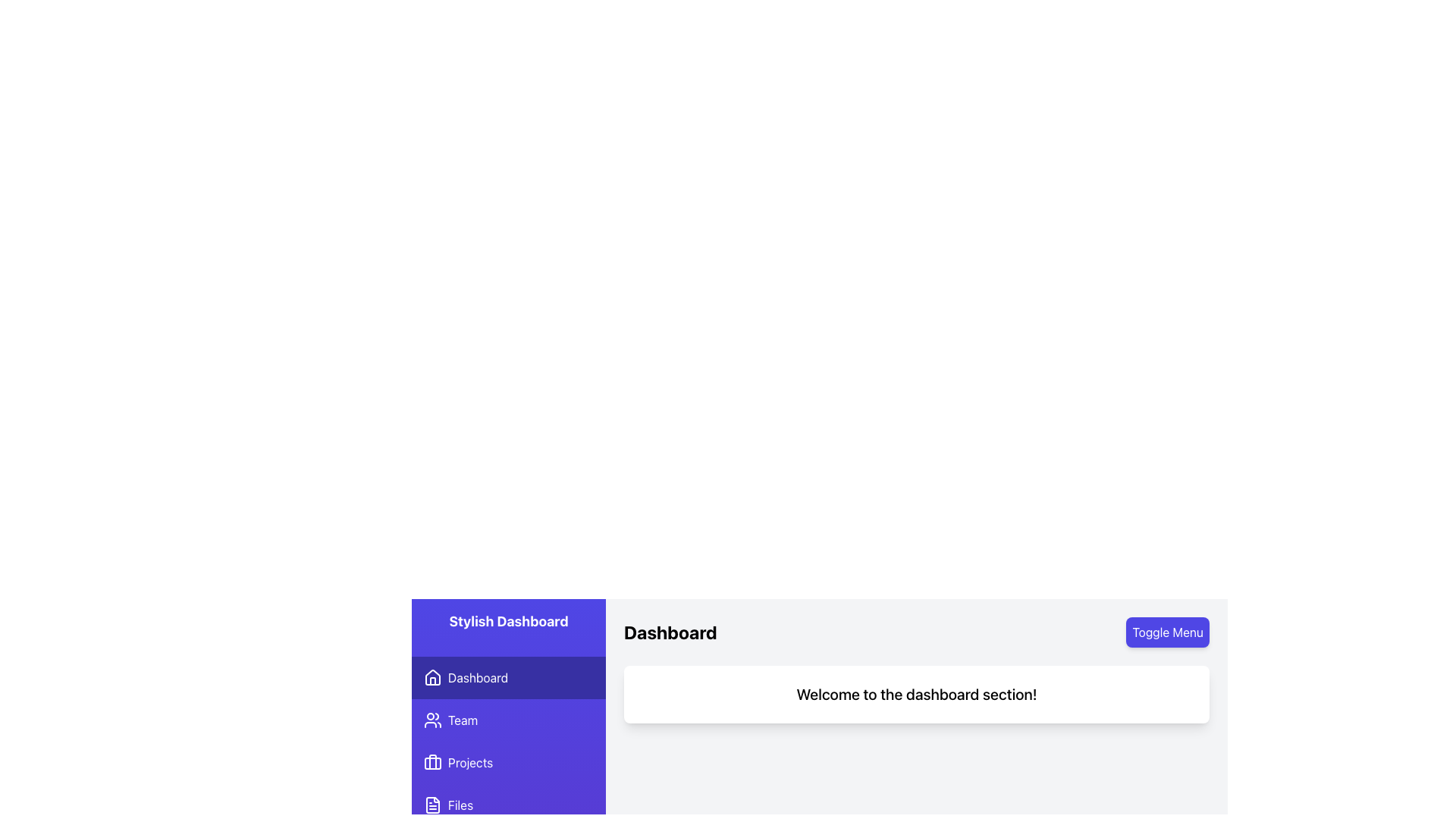 This screenshot has height=819, width=1456. Describe the element at coordinates (462, 719) in the screenshot. I see `the 'Team' text label in the navigation menu, which is styled in a clear font and positioned with a purple background, located to the right of the group icon, under 'Dashboard' and above 'Projects'` at that location.